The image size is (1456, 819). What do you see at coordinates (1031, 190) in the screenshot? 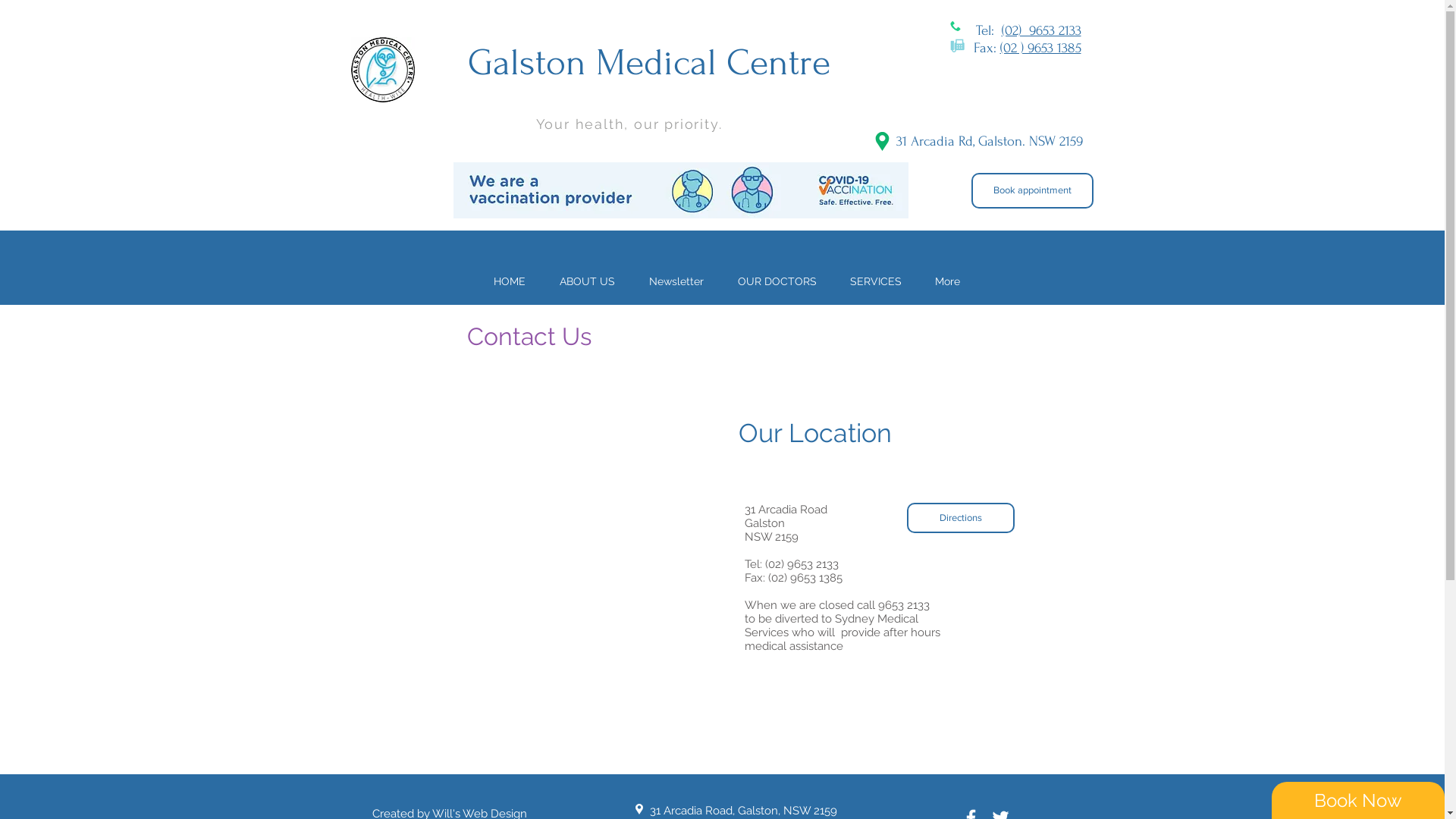
I see `'Book appointment'` at bounding box center [1031, 190].